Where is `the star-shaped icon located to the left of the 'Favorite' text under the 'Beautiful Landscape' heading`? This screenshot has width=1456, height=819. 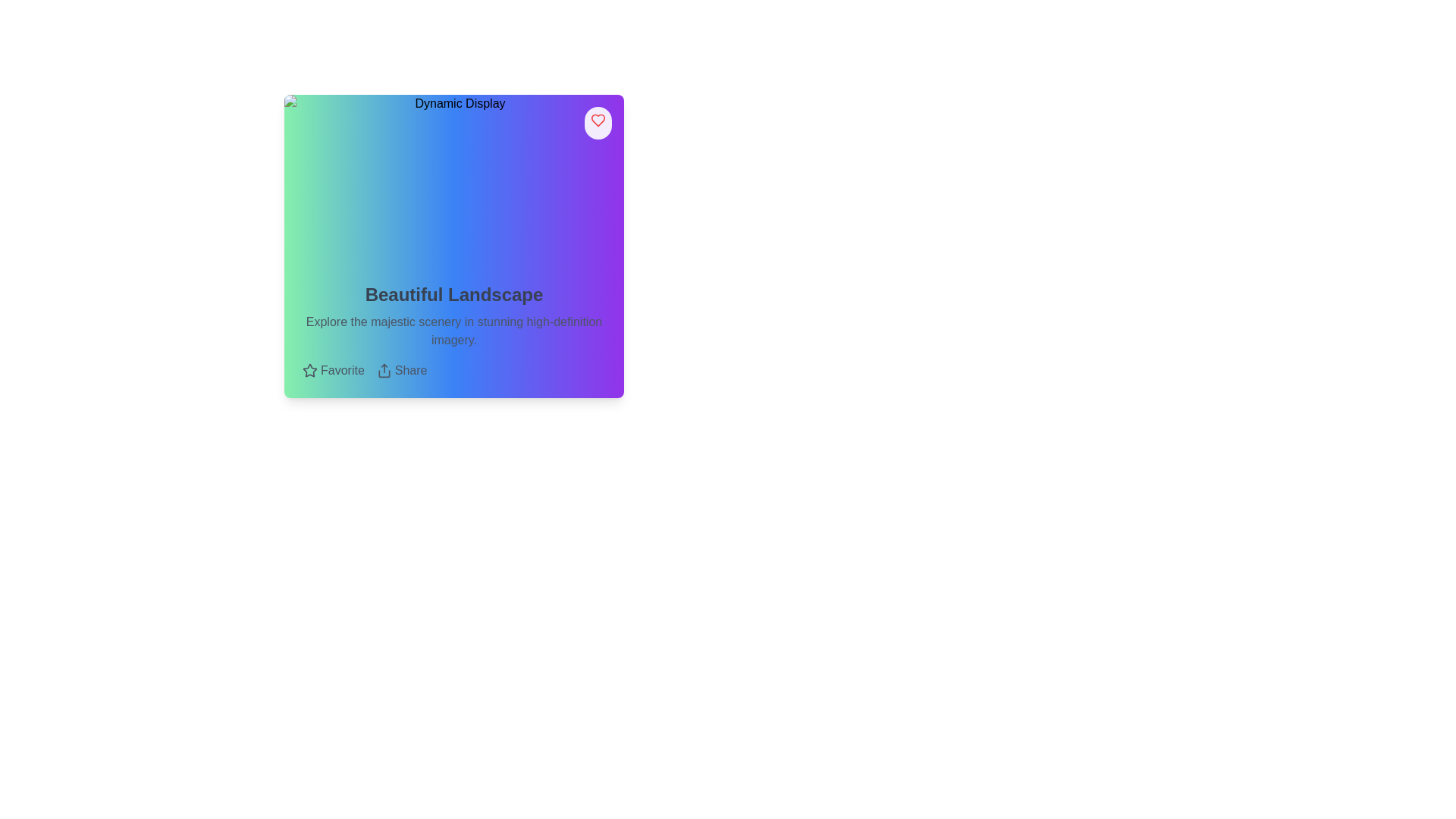
the star-shaped icon located to the left of the 'Favorite' text under the 'Beautiful Landscape' heading is located at coordinates (309, 371).